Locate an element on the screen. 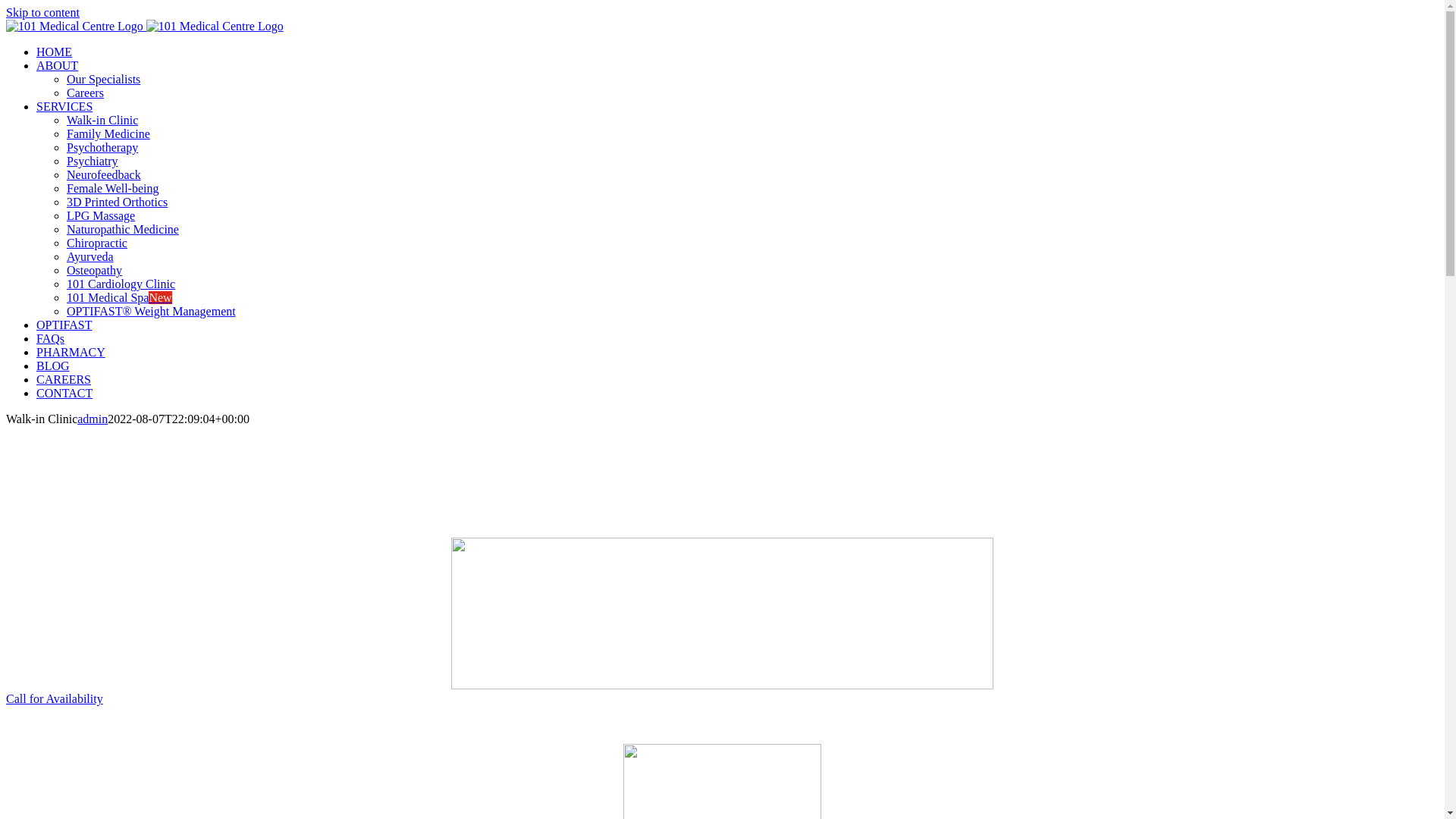  'Family Medicine' is located at coordinates (65, 133).